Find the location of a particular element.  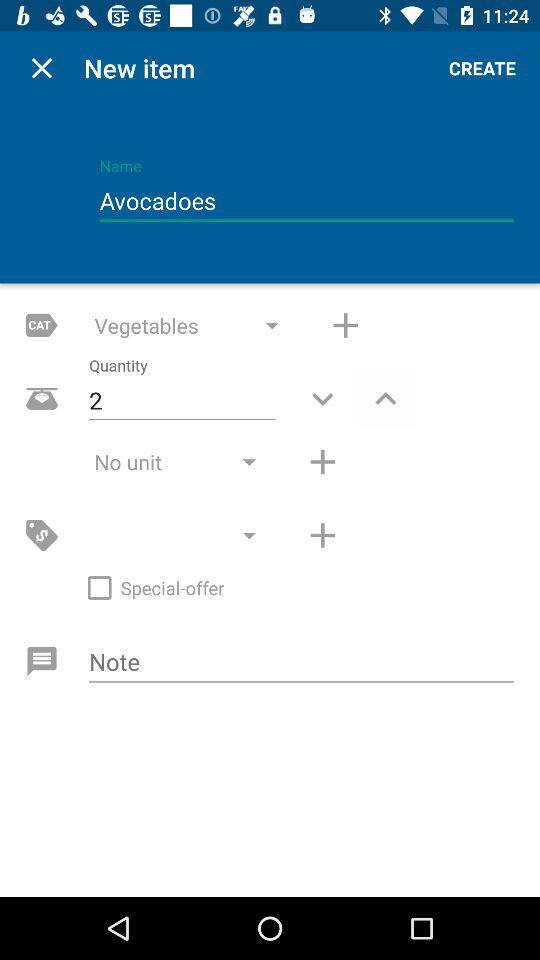

unit of measurement is located at coordinates (322, 462).